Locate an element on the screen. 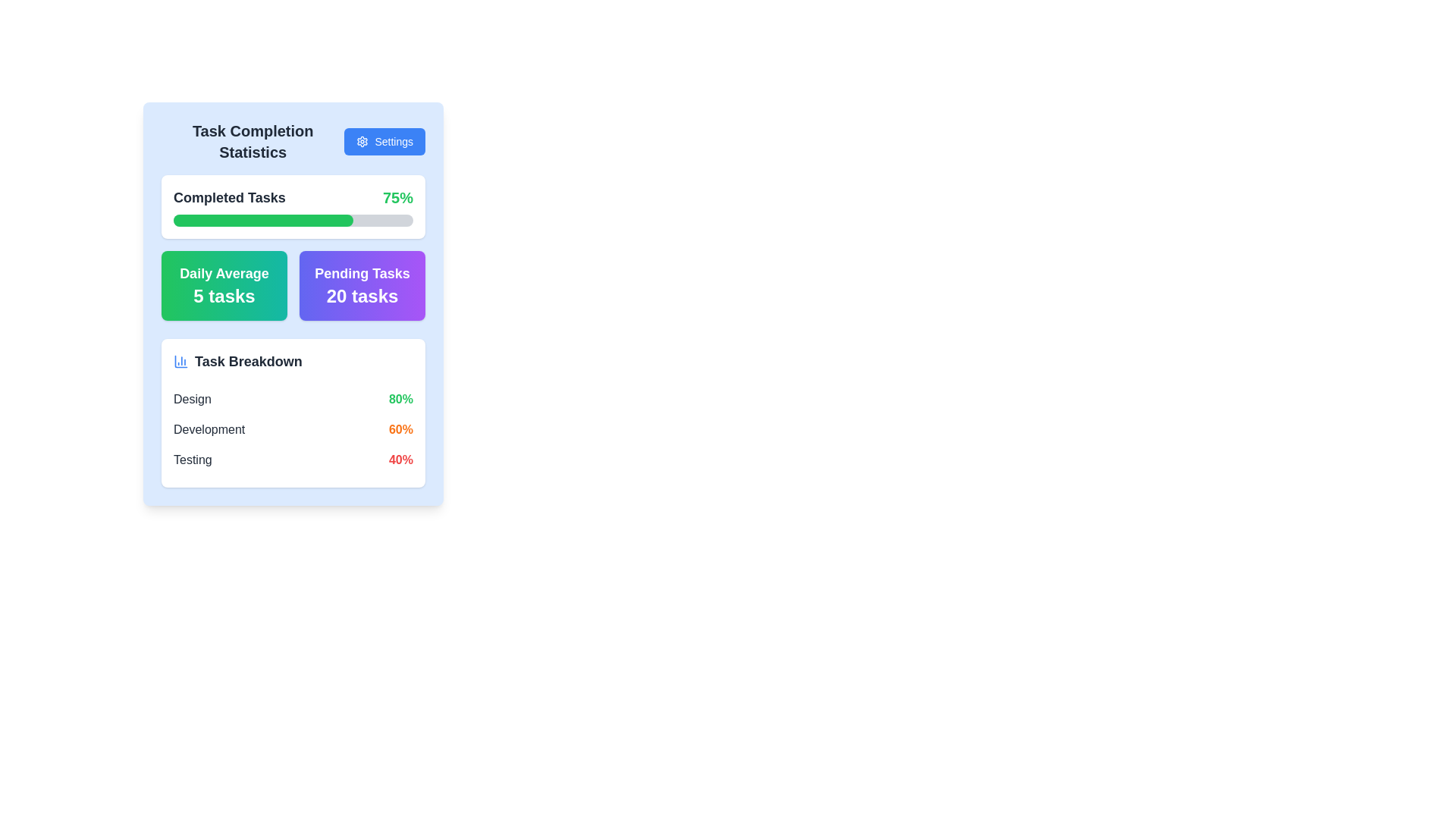 This screenshot has width=1456, height=819. number of tasks displayed in the bold, large-sized text that reads '20 tasks,' which is styled with white font against a purple gradient background within the 'Pending Tasks' section is located at coordinates (362, 296).